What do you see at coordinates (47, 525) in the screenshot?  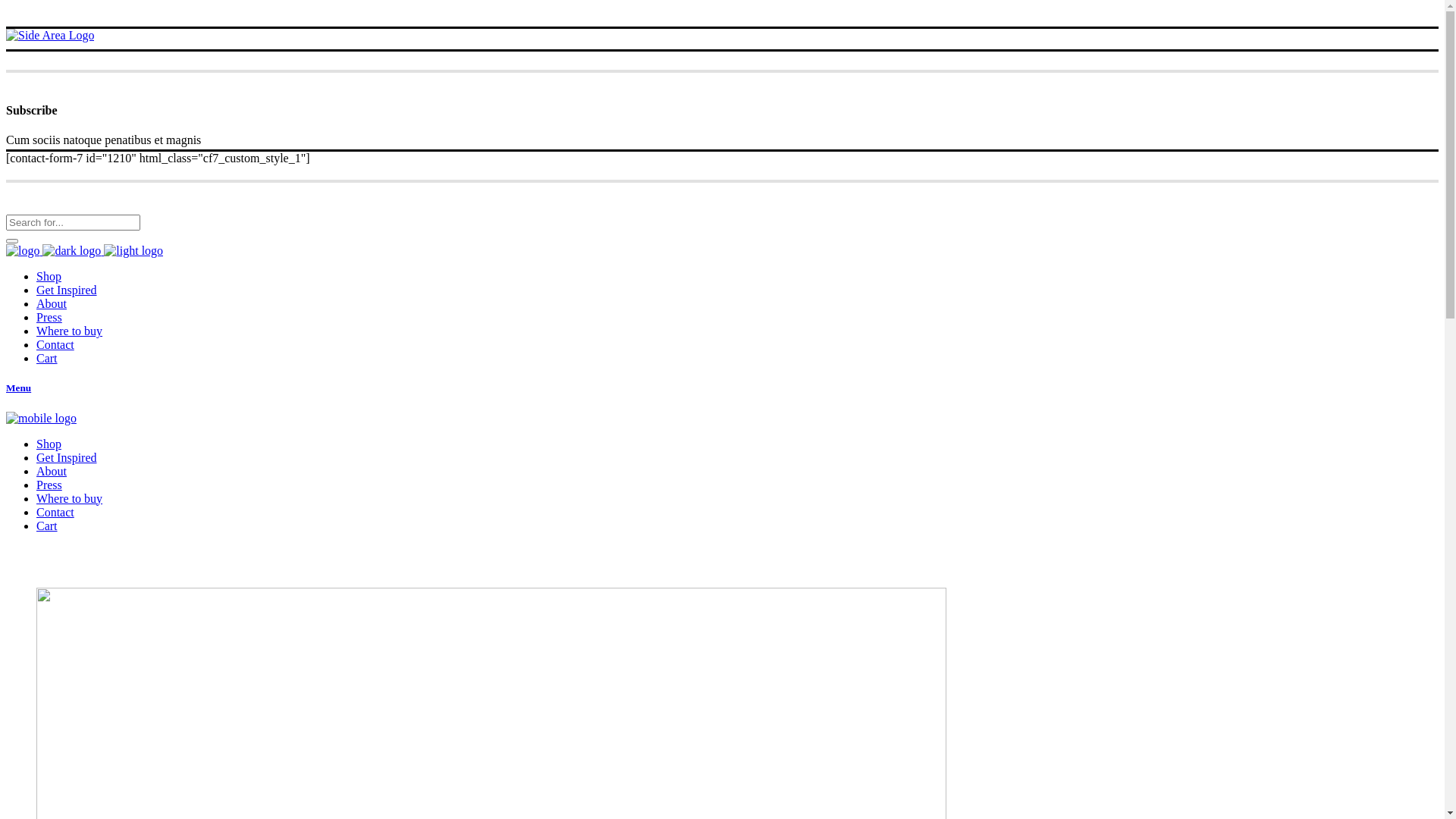 I see `'Cart'` at bounding box center [47, 525].